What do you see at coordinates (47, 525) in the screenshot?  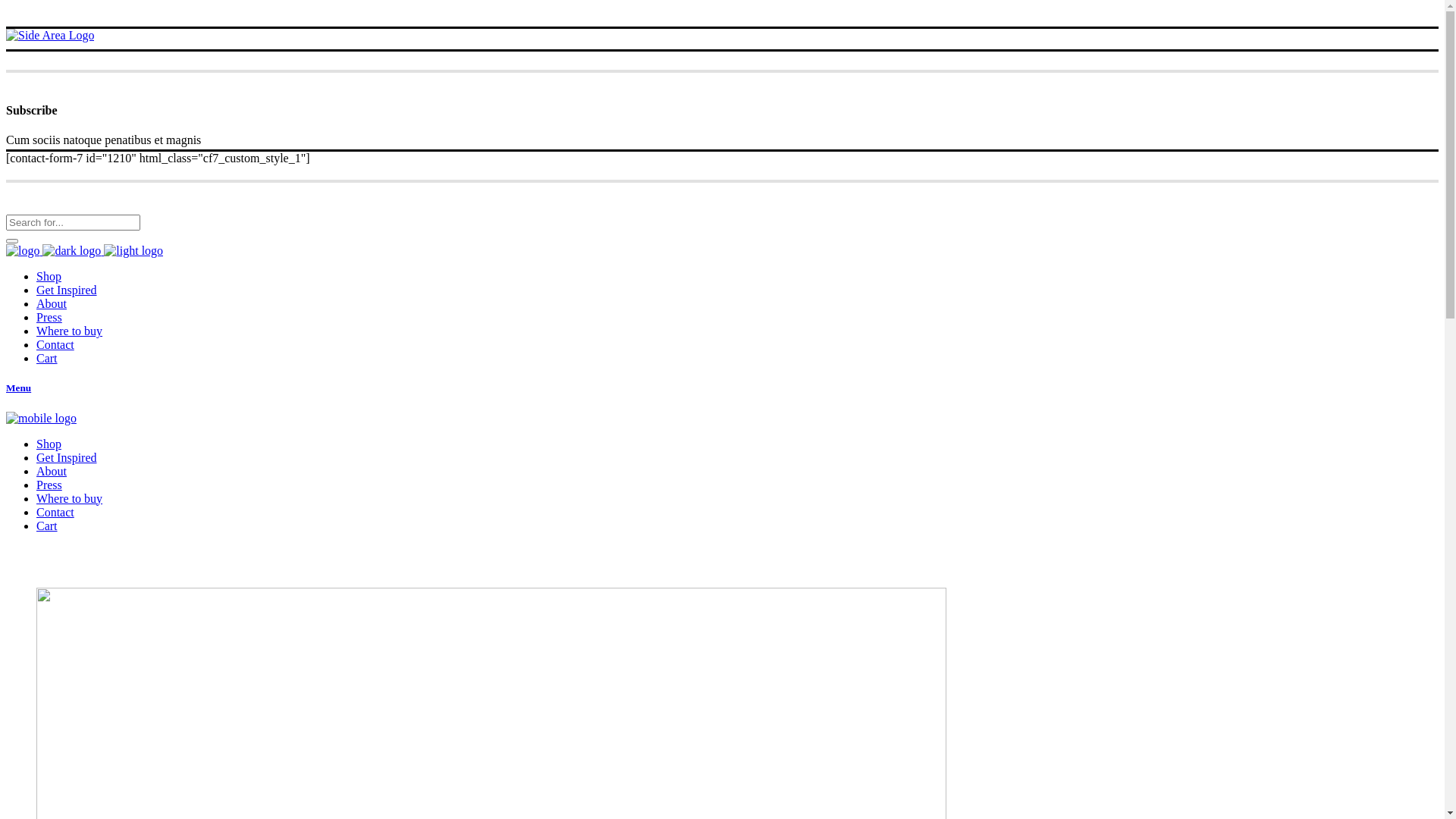 I see `'Cart'` at bounding box center [47, 525].